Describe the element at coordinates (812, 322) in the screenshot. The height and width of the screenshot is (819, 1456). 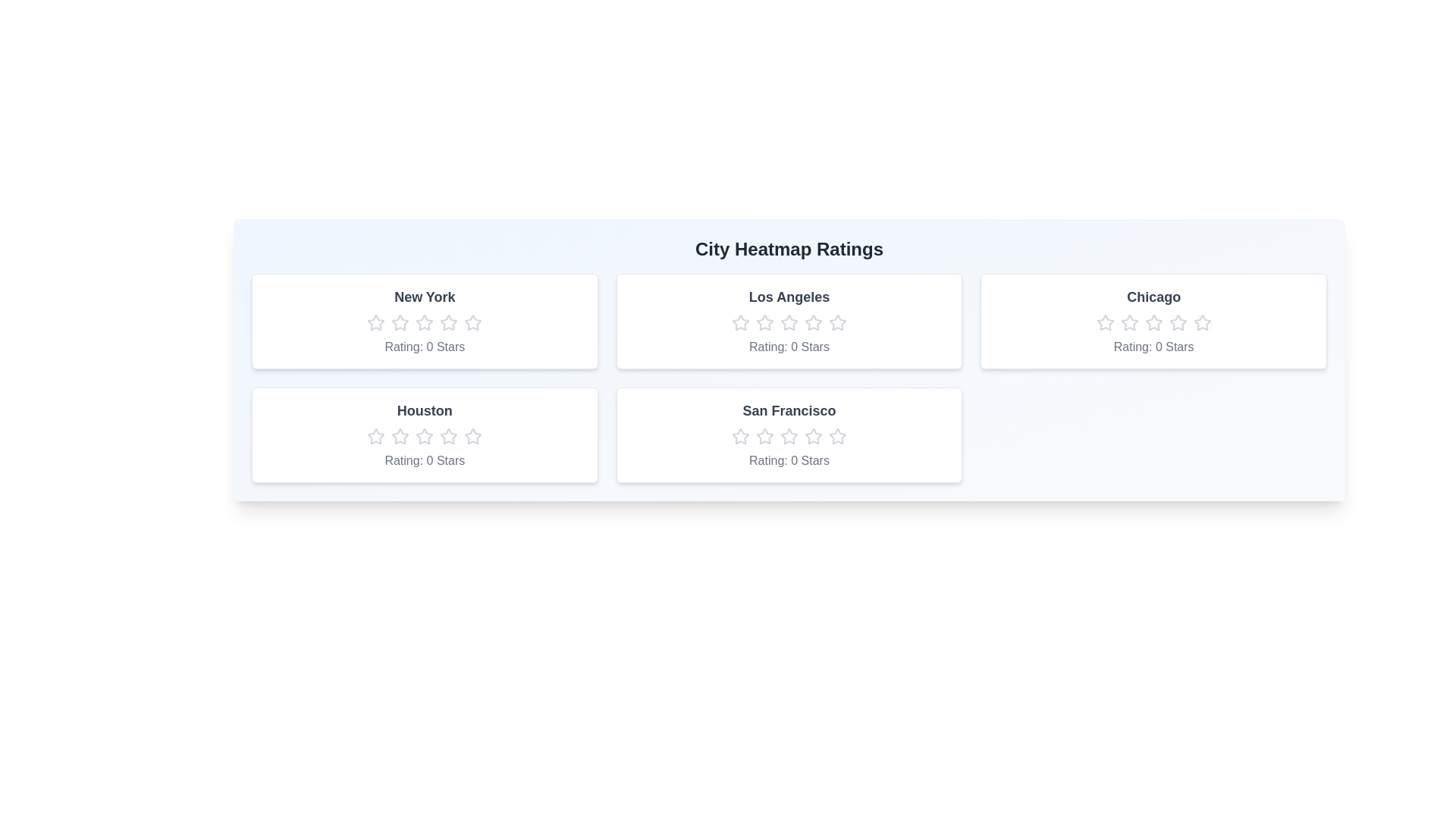
I see `the Los Angeles rating star number 4` at that location.